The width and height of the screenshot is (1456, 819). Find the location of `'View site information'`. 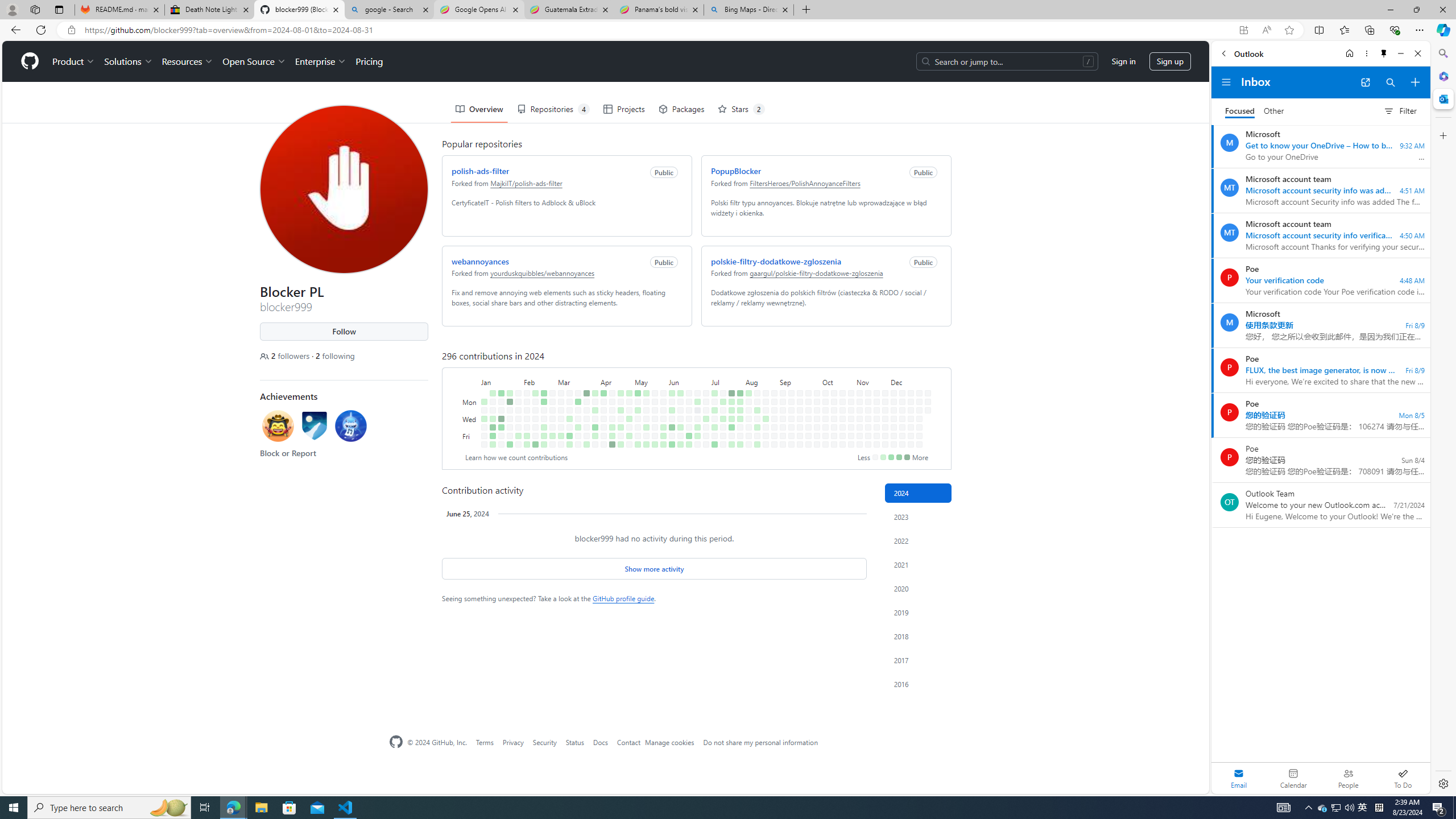

'View site information' is located at coordinates (71, 30).